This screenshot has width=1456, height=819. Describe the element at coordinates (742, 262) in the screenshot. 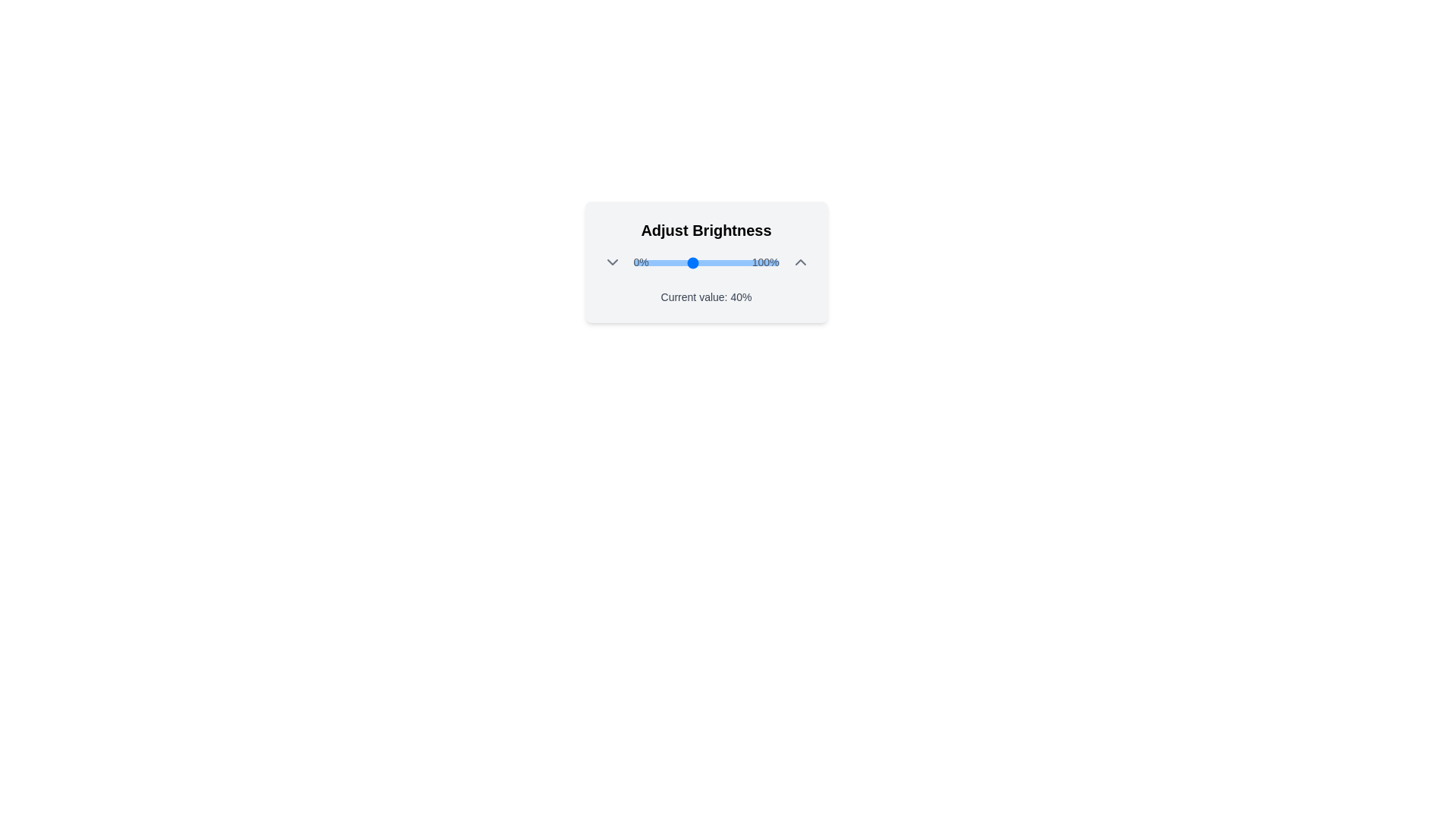

I see `brightness` at that location.